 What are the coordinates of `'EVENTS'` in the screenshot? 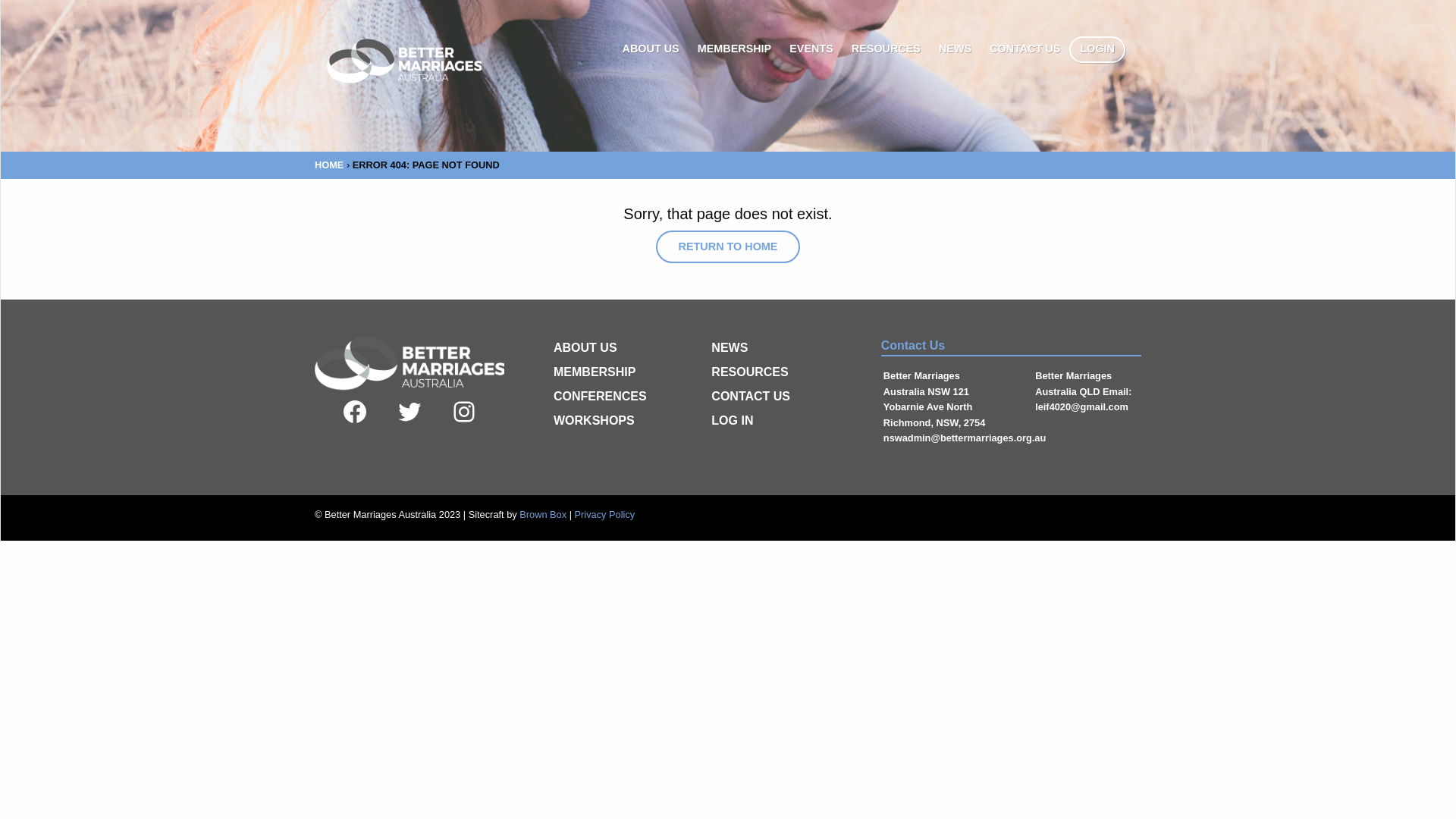 It's located at (811, 49).